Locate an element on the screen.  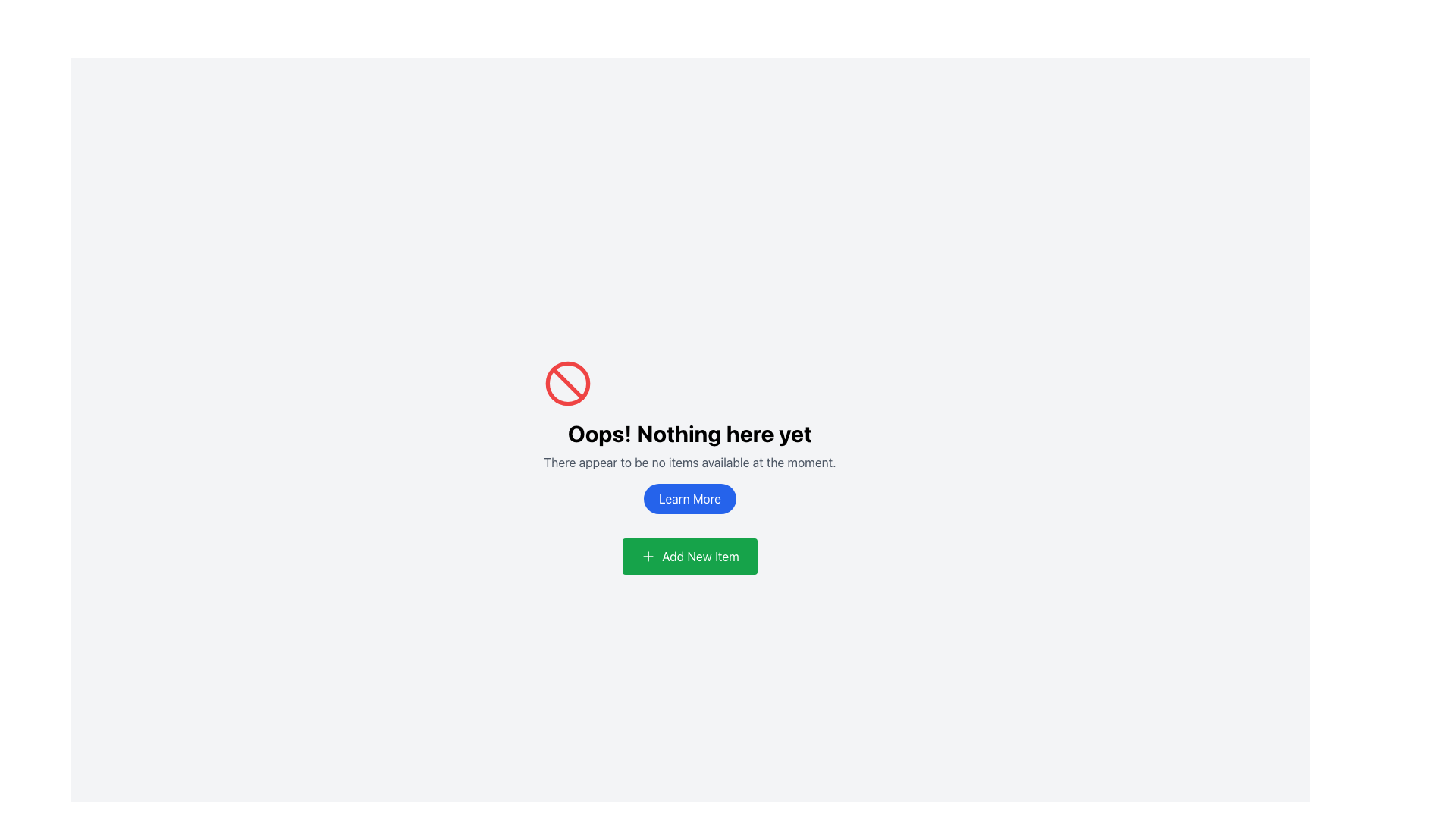
the text element displaying the message 'There appear to be no items available at the moment.' which is located below the title 'Oops! Nothing here yet' and above the button 'Learn More' is located at coordinates (689, 461).